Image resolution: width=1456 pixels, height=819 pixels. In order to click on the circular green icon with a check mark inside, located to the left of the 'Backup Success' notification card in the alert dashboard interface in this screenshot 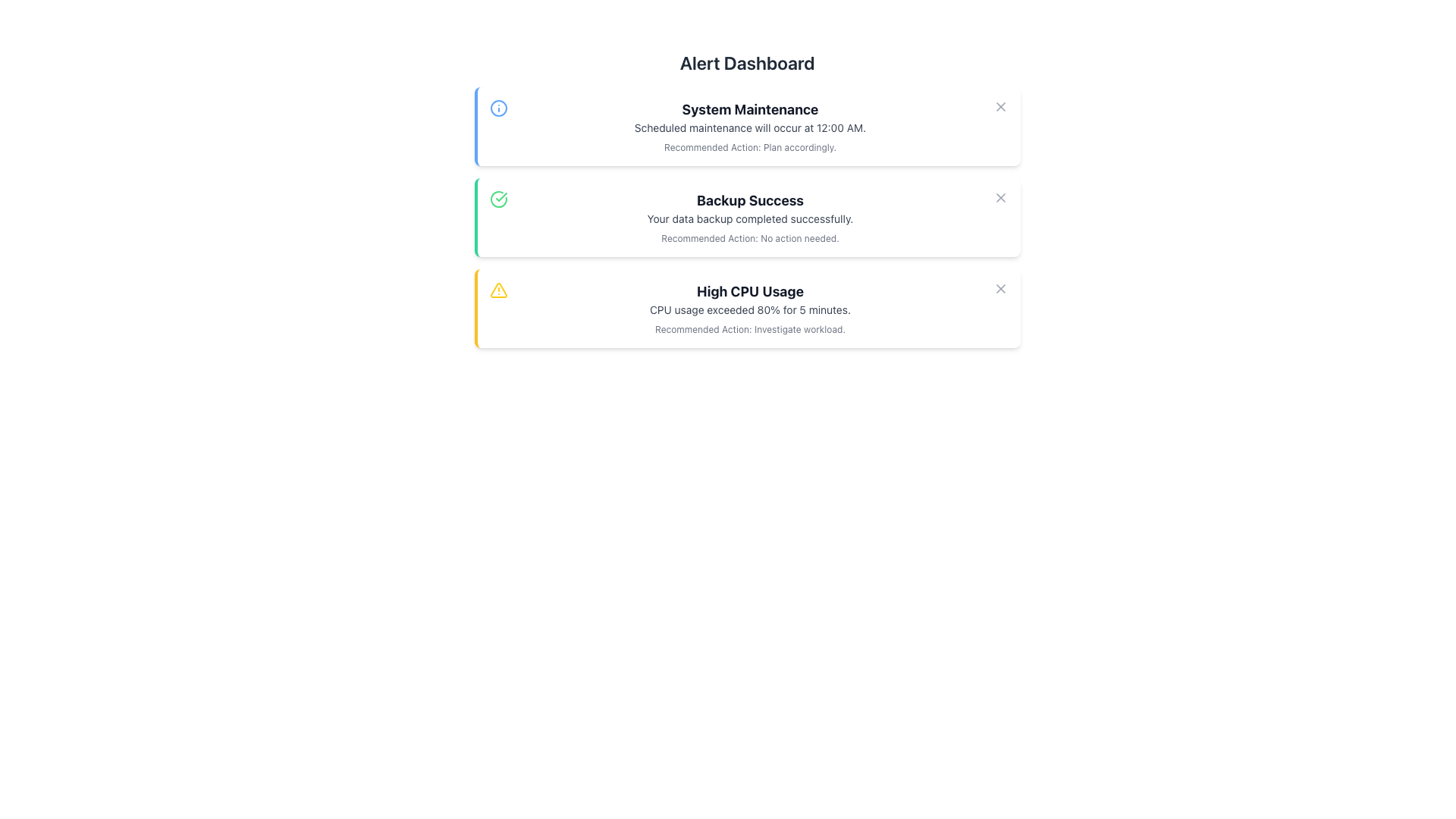, I will do `click(498, 198)`.